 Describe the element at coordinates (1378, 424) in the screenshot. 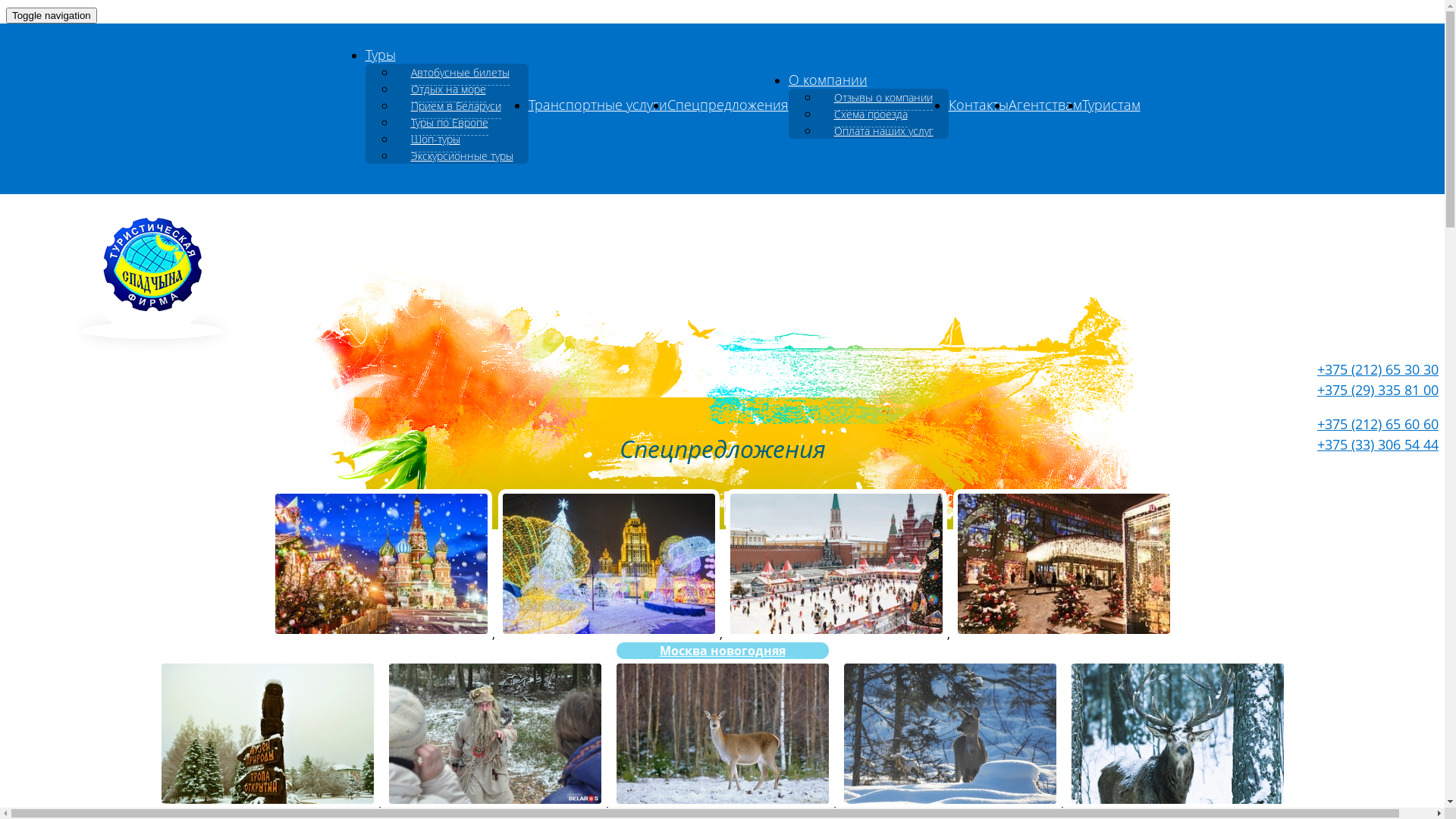

I see `'+375 (212) 65 60 60'` at that location.